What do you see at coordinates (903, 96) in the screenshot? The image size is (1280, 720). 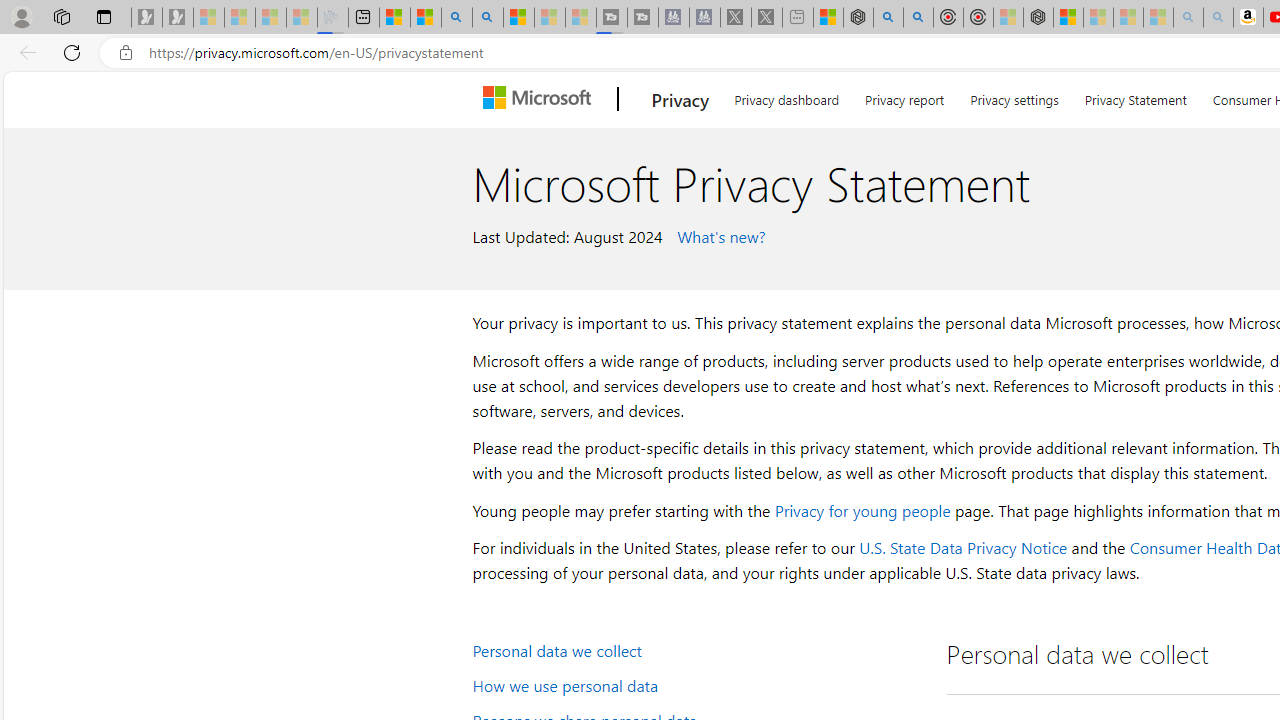 I see `'Privacy report'` at bounding box center [903, 96].